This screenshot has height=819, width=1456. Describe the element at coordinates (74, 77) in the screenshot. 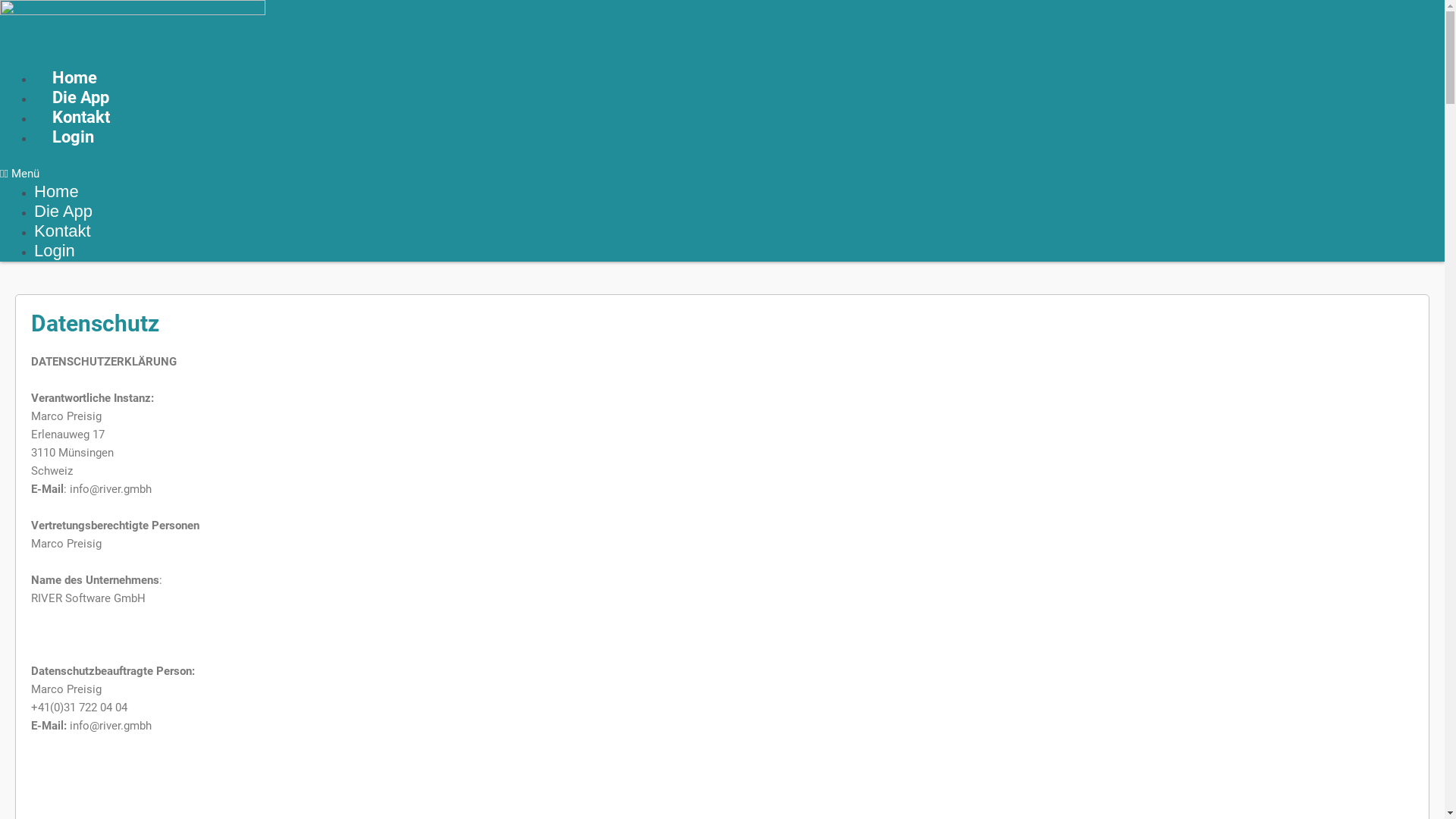

I see `'Home'` at that location.